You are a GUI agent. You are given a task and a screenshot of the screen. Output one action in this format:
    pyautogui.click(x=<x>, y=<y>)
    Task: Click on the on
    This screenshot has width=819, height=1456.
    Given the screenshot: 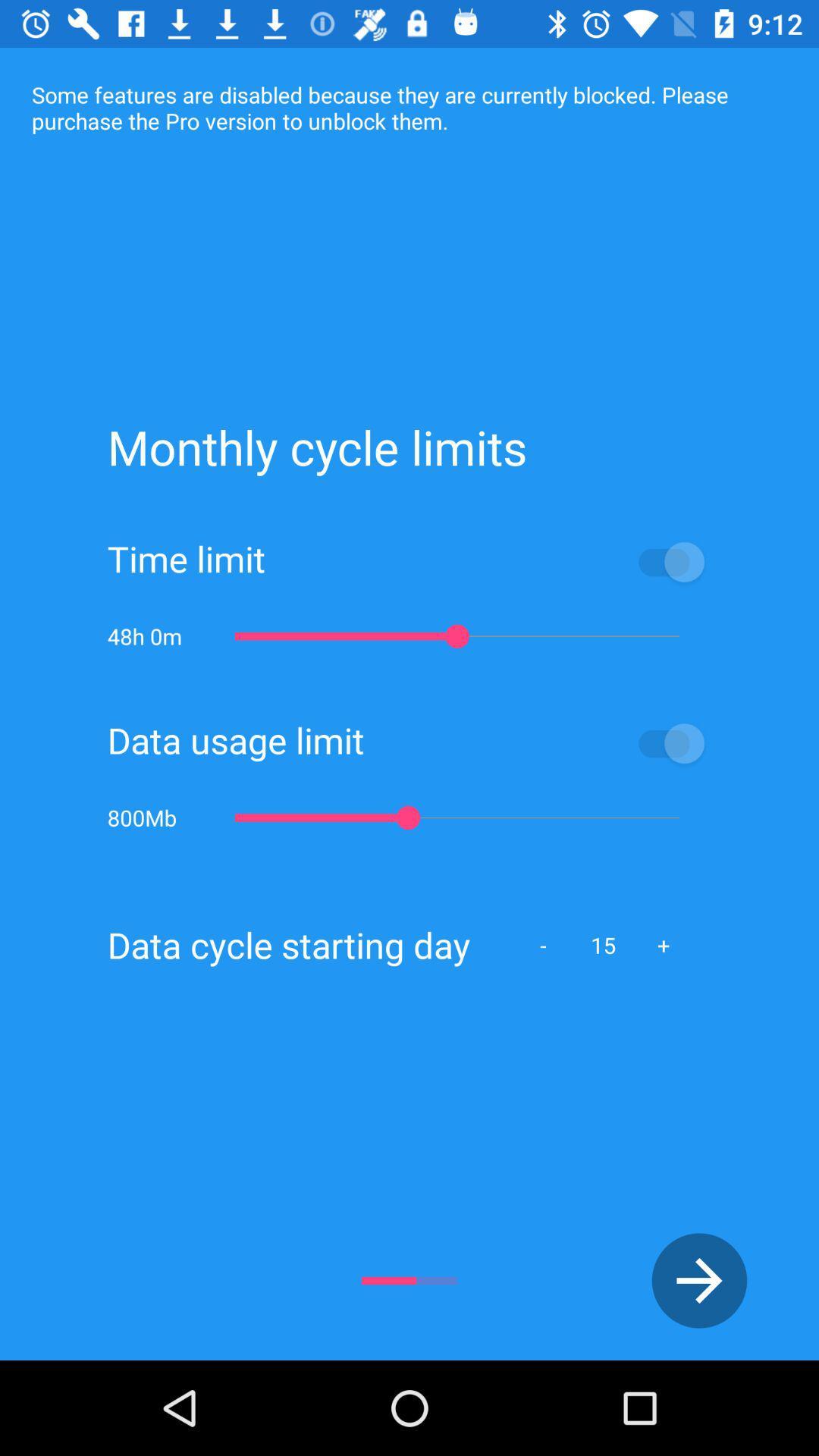 What is the action you would take?
    pyautogui.click(x=537, y=743)
    